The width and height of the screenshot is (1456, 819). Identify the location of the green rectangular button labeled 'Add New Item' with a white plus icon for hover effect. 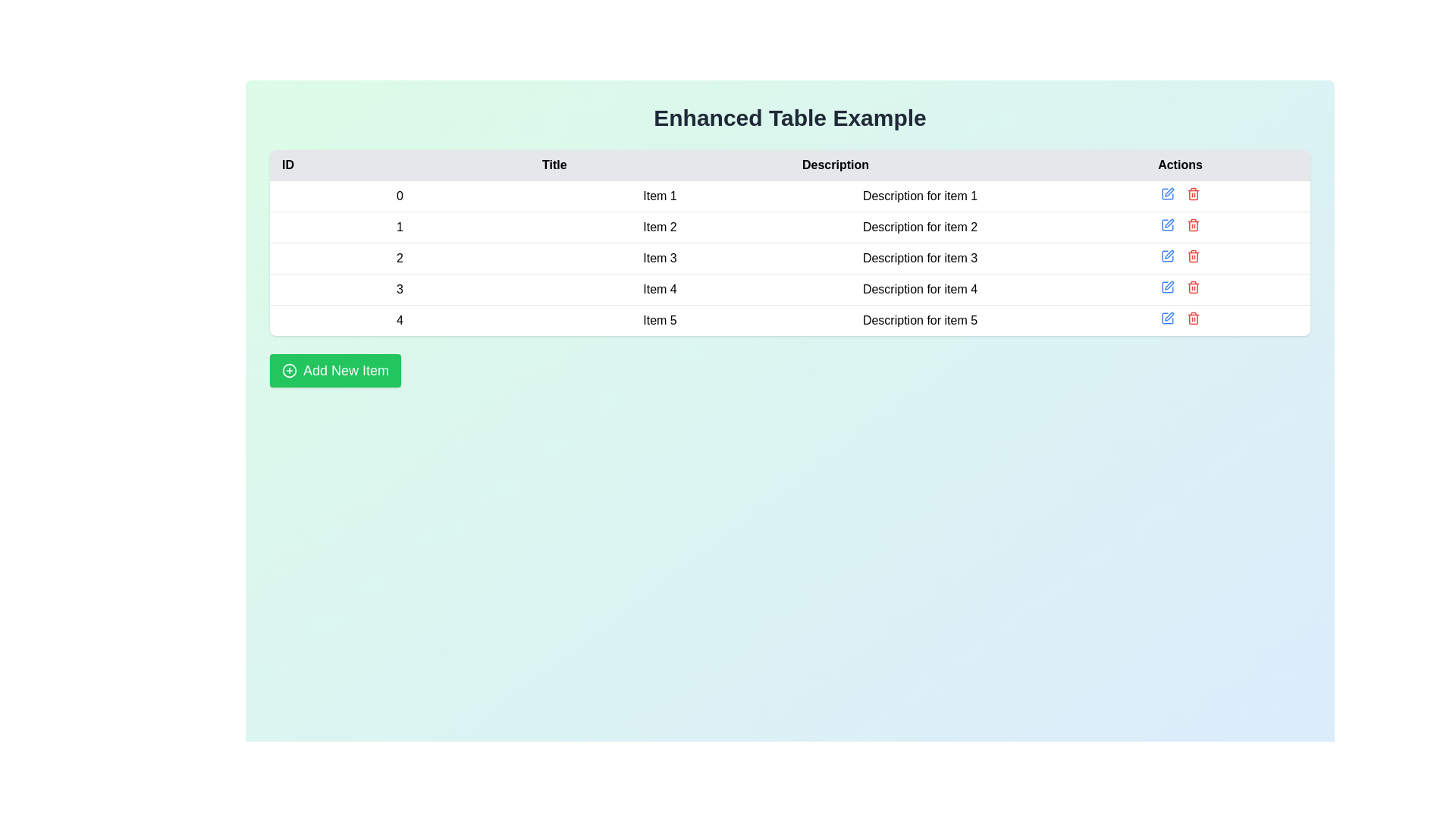
(334, 371).